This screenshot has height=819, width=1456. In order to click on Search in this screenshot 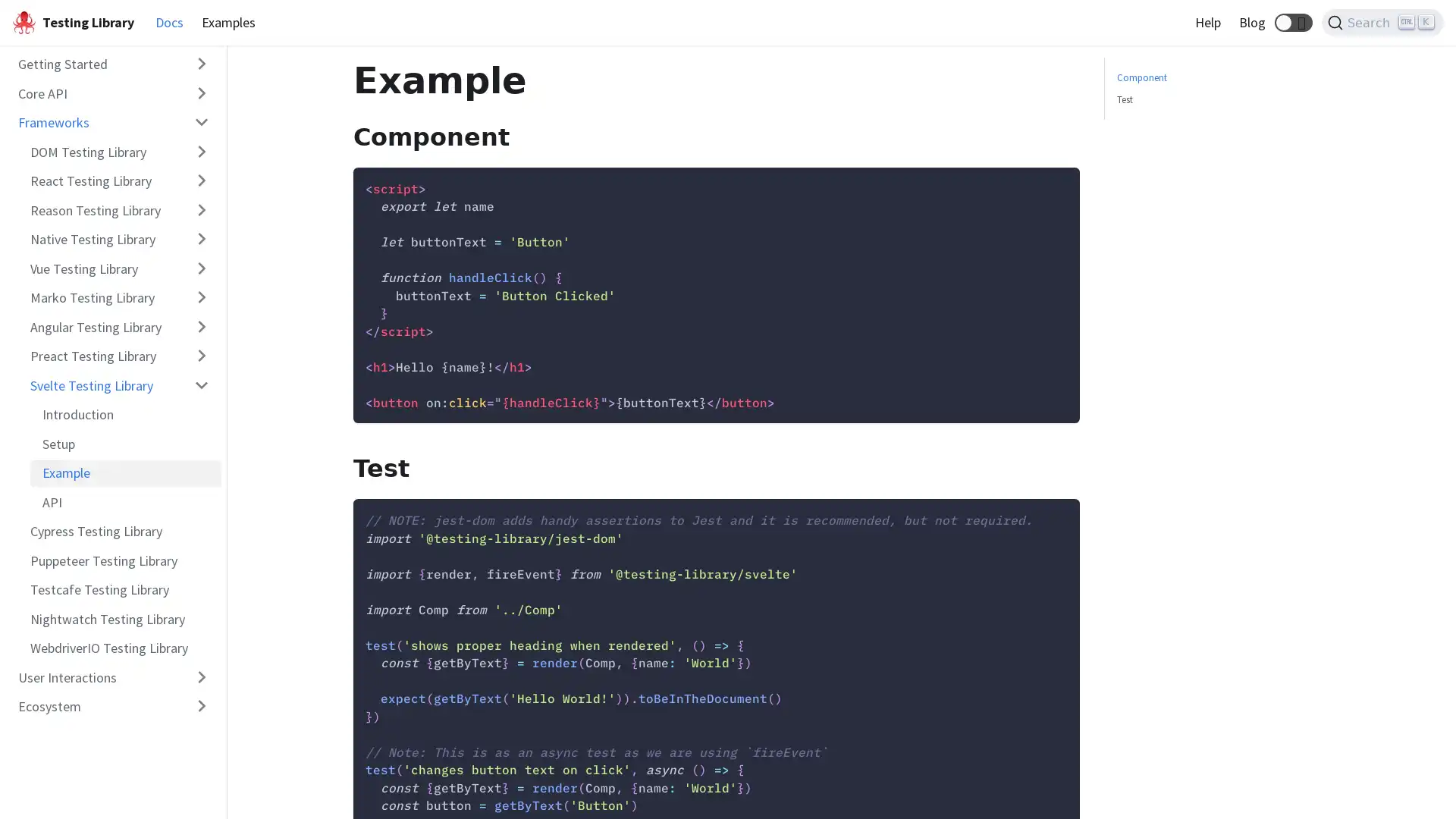, I will do `click(1382, 23)`.